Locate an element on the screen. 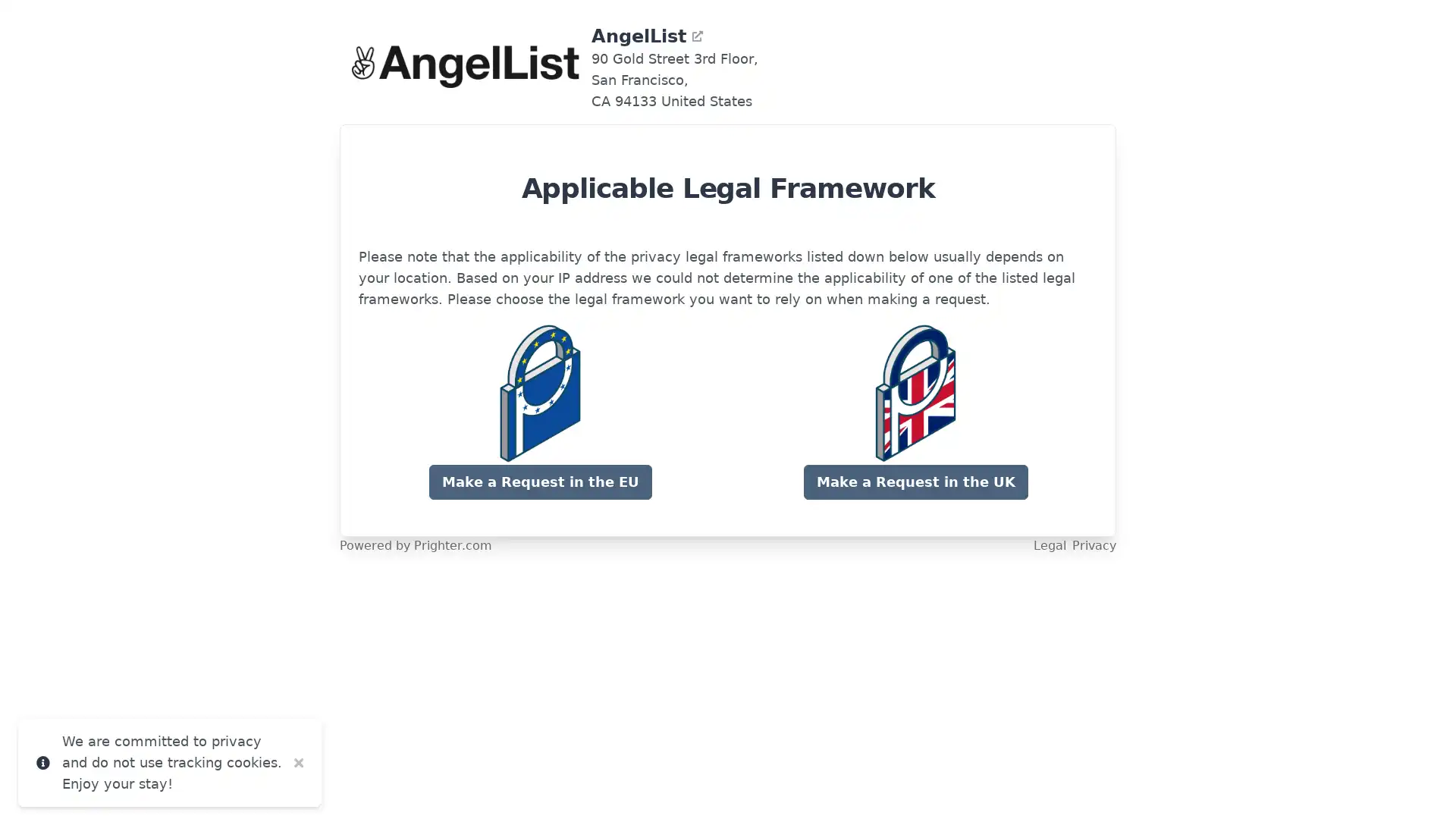 This screenshot has width=1456, height=819. Make a Request in the UK is located at coordinates (914, 482).